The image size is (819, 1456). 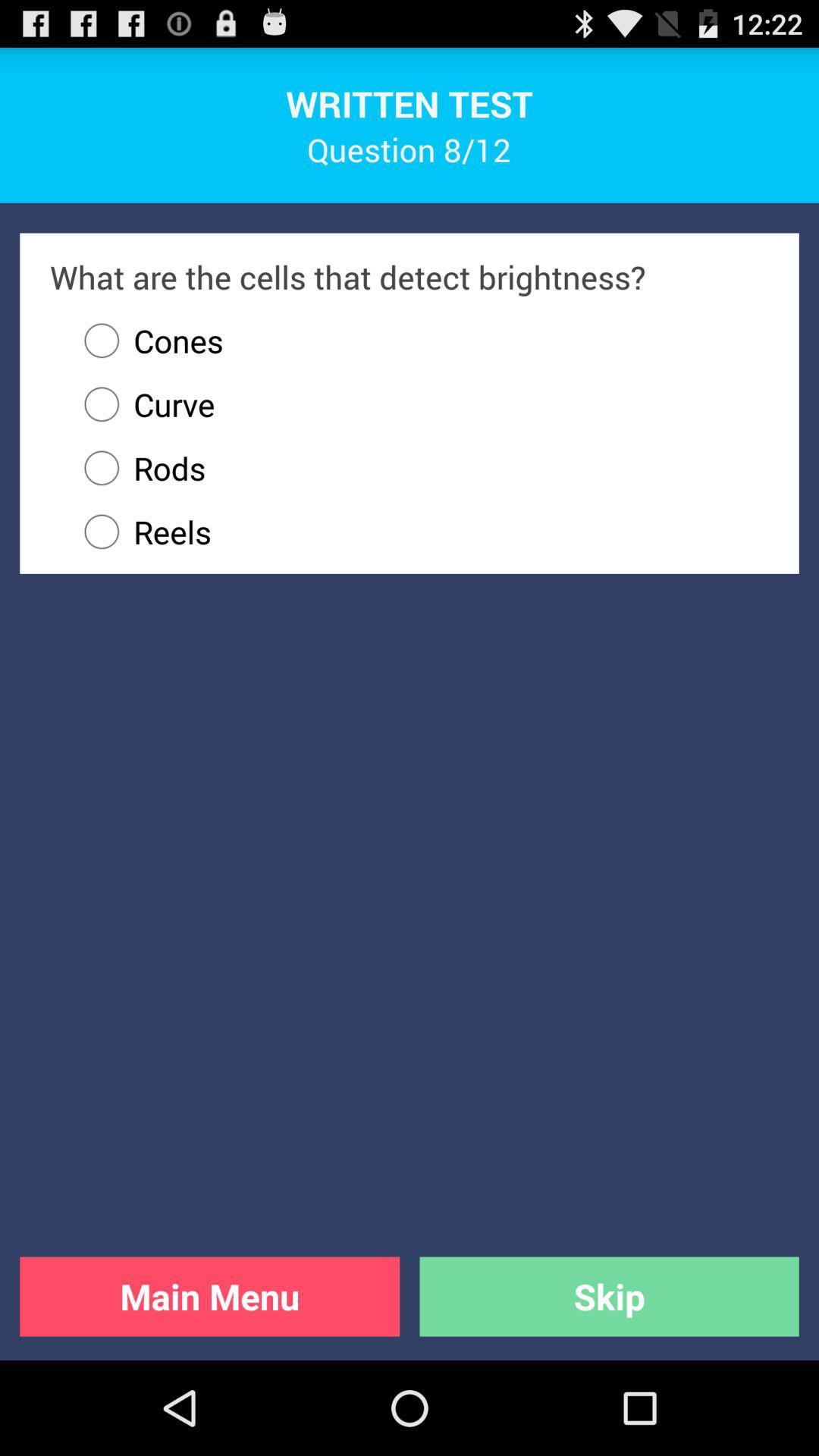 What do you see at coordinates (419, 532) in the screenshot?
I see `the item above the main menu` at bounding box center [419, 532].